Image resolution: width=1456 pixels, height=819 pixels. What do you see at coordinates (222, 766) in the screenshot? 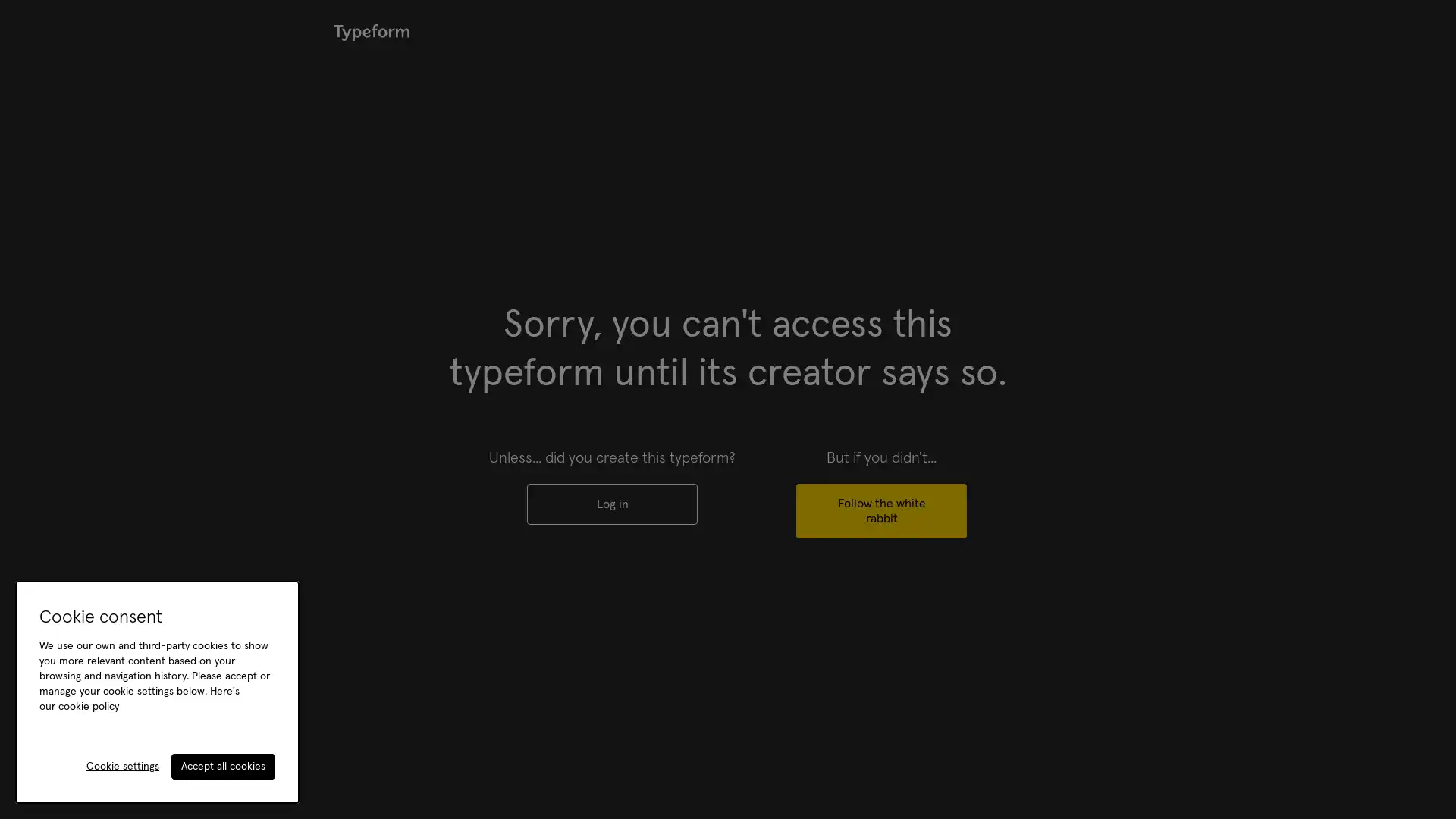
I see `Accept all cookies` at bounding box center [222, 766].